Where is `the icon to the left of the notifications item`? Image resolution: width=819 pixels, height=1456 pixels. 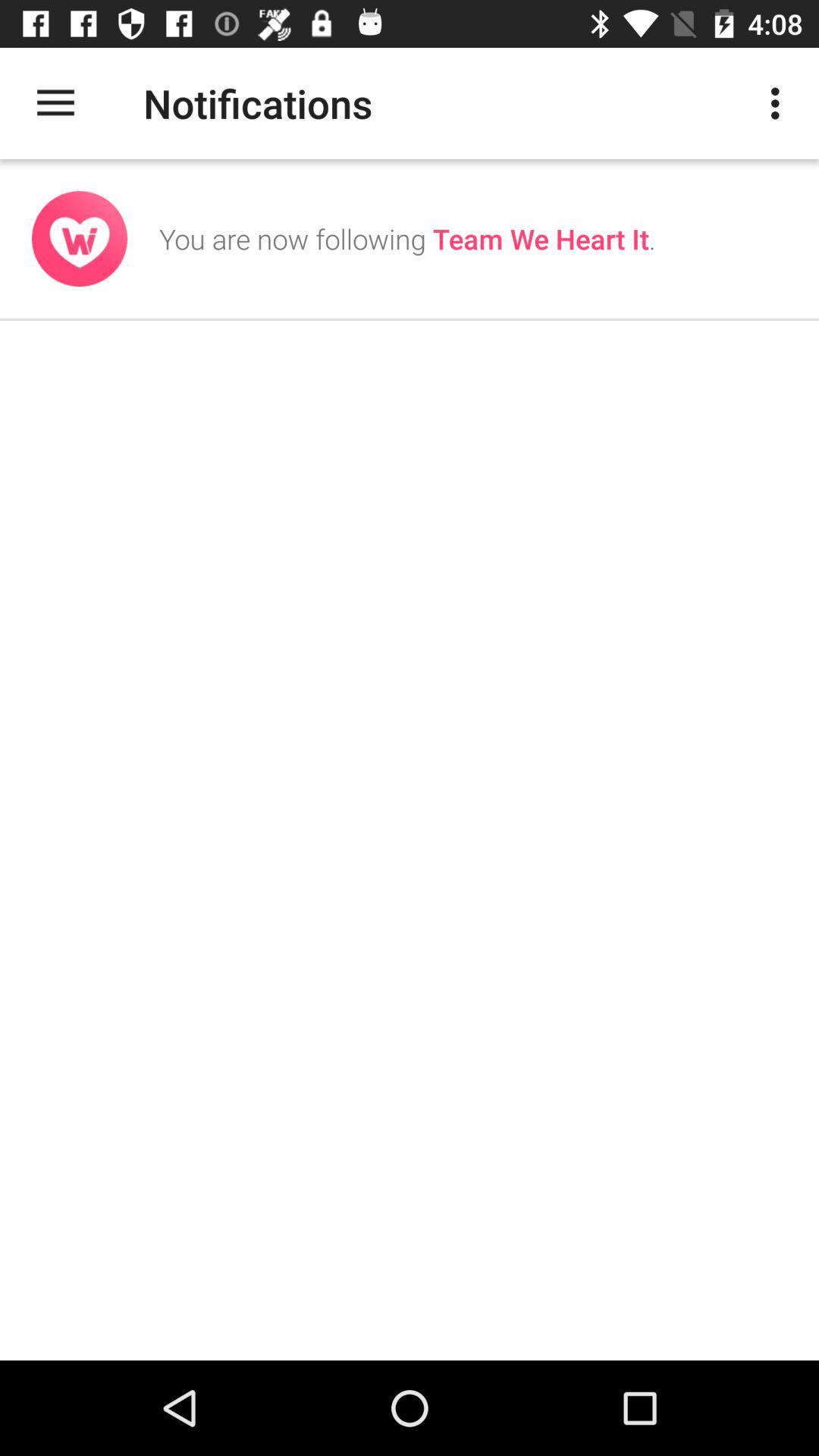
the icon to the left of the notifications item is located at coordinates (55, 102).